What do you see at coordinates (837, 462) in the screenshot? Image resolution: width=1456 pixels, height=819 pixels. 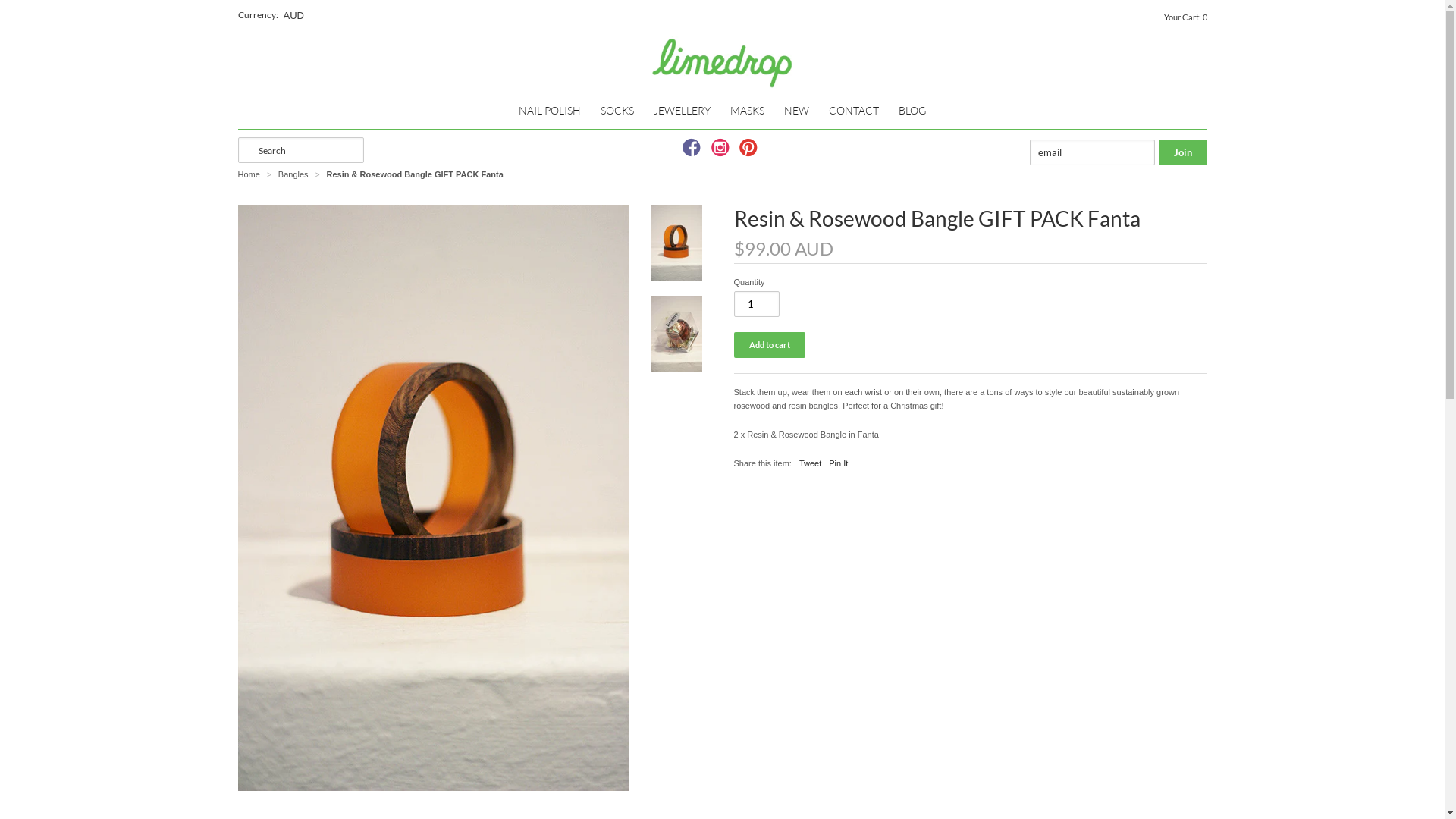 I see `'Pin It'` at bounding box center [837, 462].